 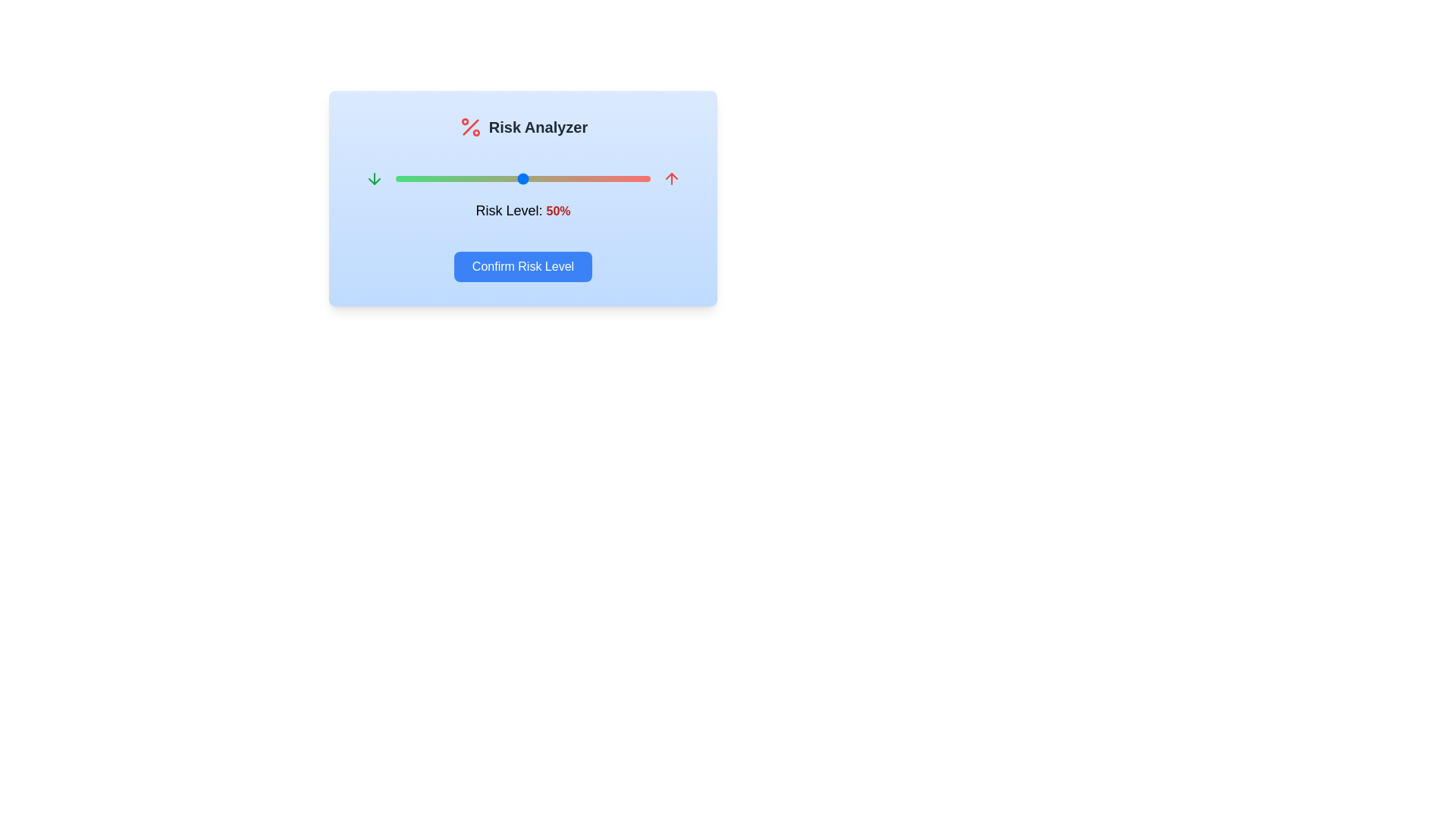 I want to click on the risk level slider to 21%, so click(x=448, y=177).